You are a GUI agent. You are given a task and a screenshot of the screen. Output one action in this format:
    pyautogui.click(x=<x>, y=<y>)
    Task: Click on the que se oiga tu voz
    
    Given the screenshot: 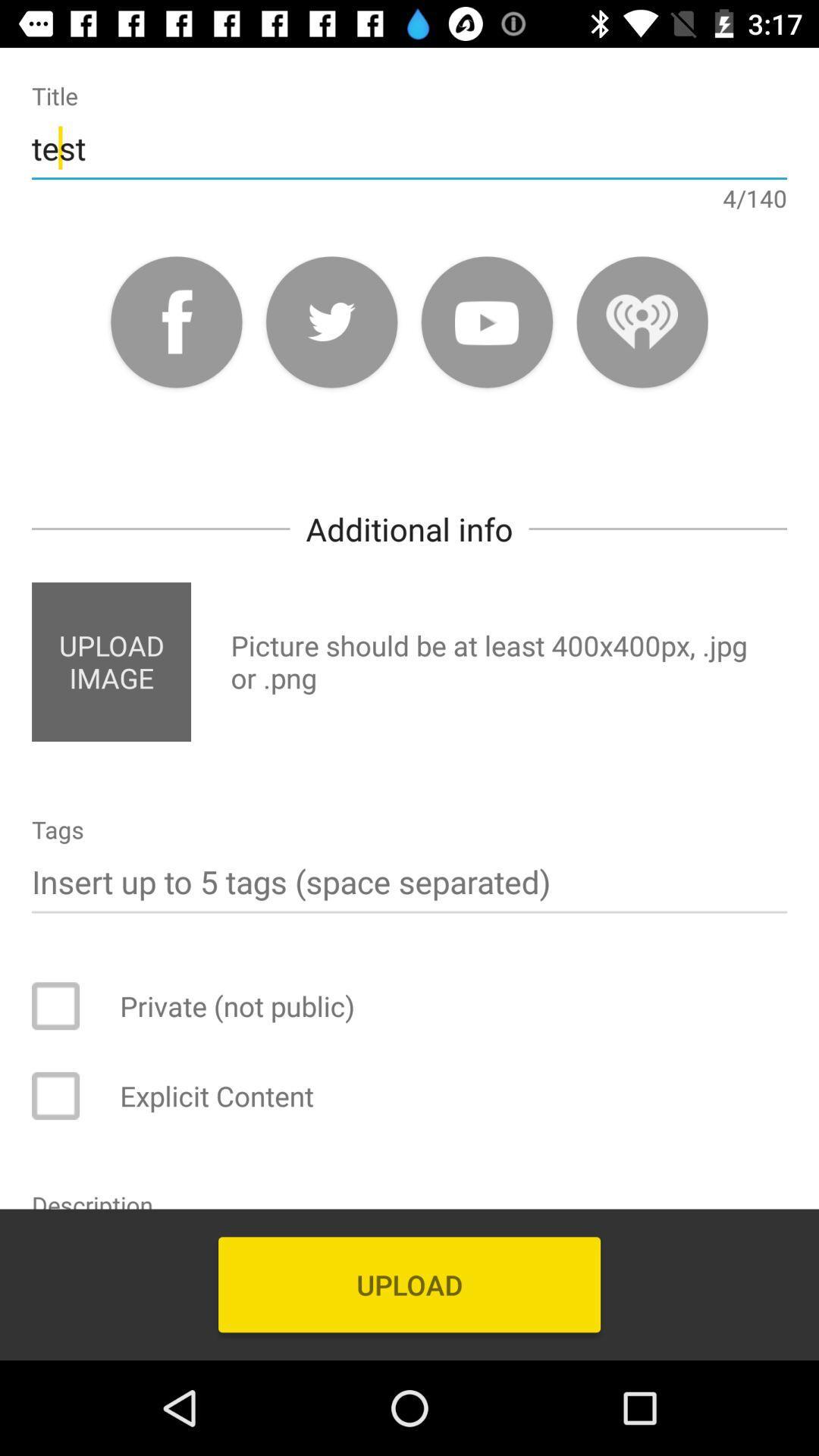 What is the action you would take?
    pyautogui.click(x=642, y=321)
    